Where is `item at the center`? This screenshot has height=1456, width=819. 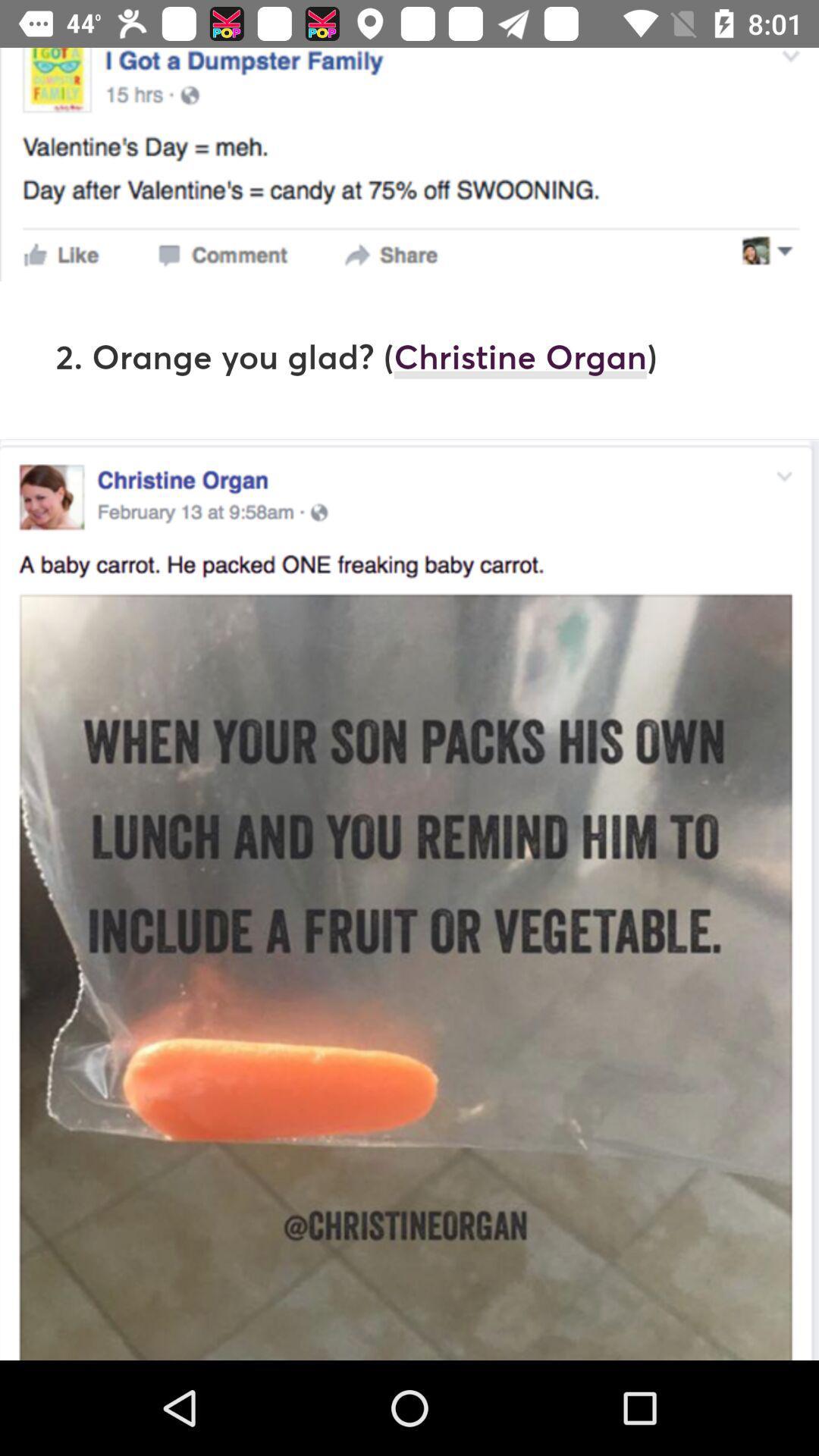 item at the center is located at coordinates (409, 703).